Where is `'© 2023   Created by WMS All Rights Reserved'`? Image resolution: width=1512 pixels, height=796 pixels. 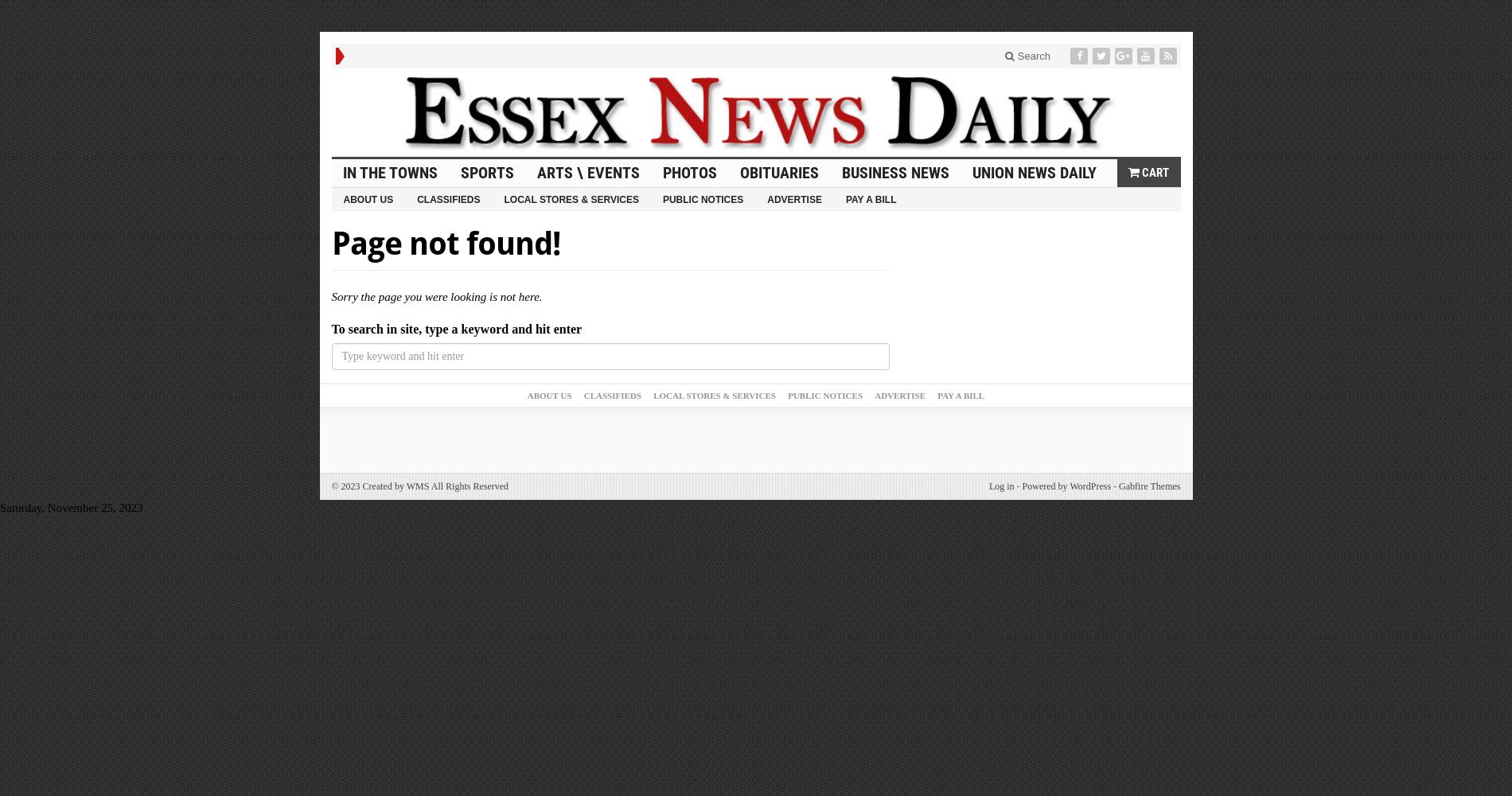
'© 2023   Created by WMS All Rights Reserved' is located at coordinates (419, 486).